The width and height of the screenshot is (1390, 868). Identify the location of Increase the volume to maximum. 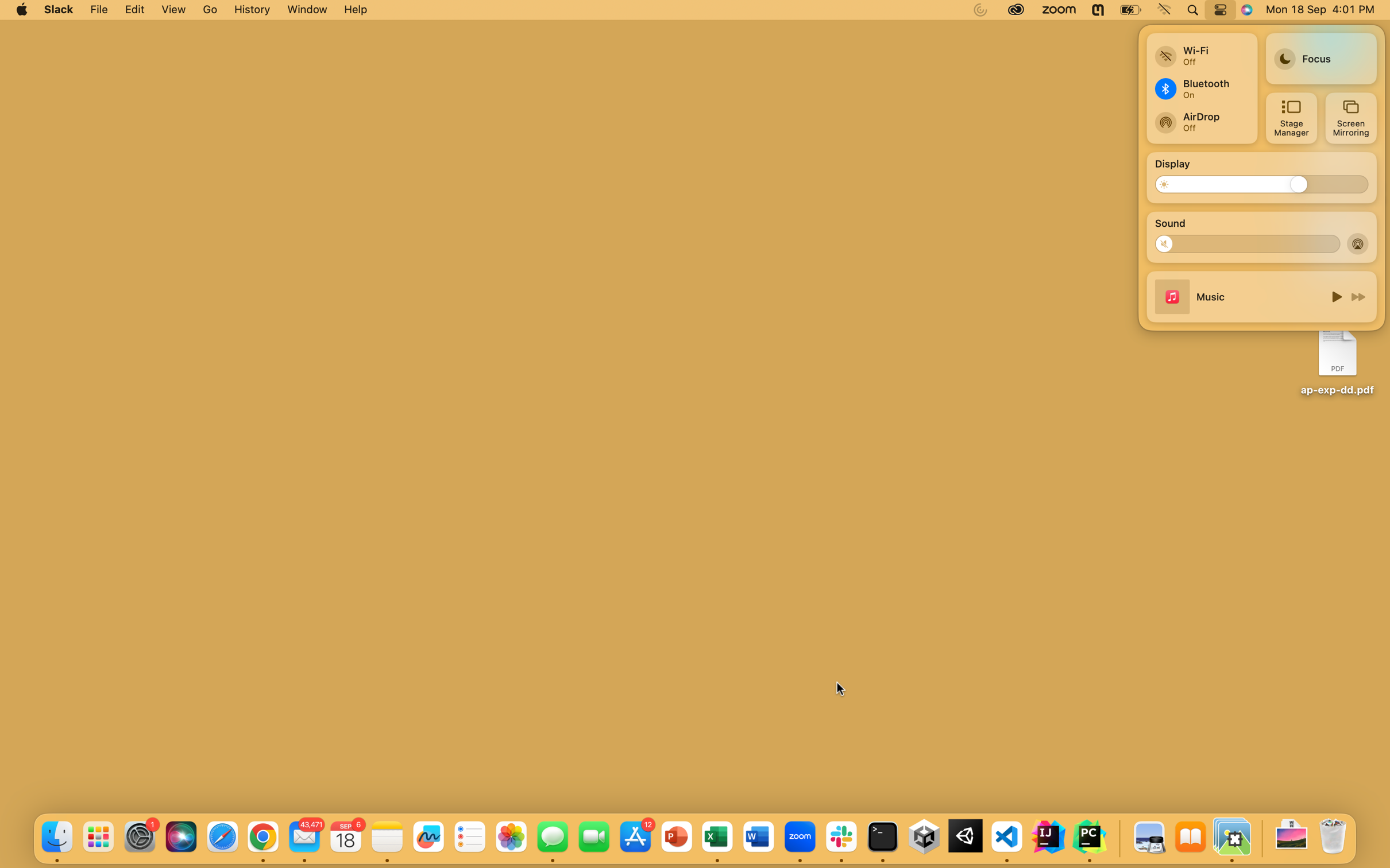
(1327, 242).